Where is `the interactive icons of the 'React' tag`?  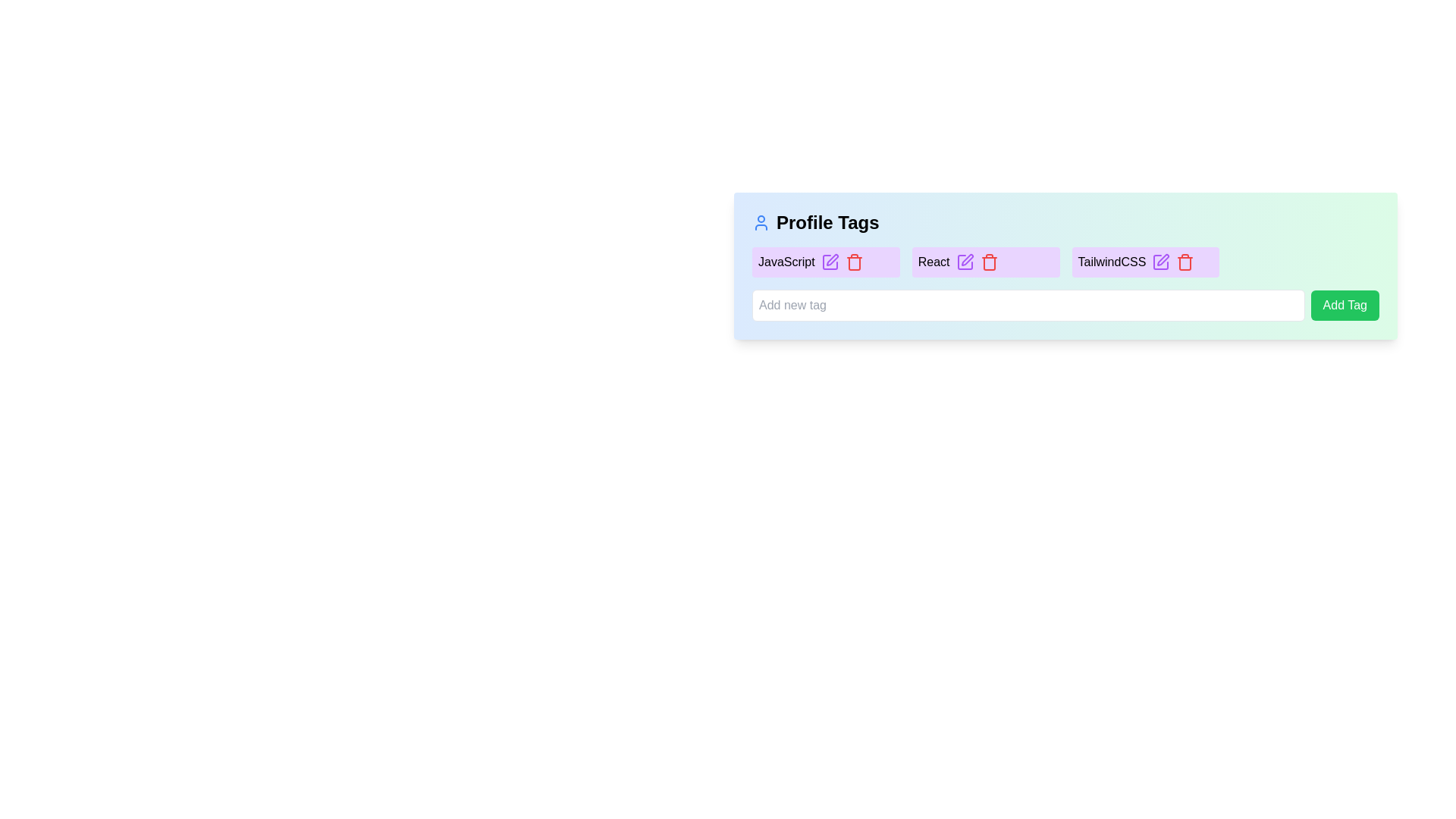 the interactive icons of the 'React' tag is located at coordinates (986, 262).